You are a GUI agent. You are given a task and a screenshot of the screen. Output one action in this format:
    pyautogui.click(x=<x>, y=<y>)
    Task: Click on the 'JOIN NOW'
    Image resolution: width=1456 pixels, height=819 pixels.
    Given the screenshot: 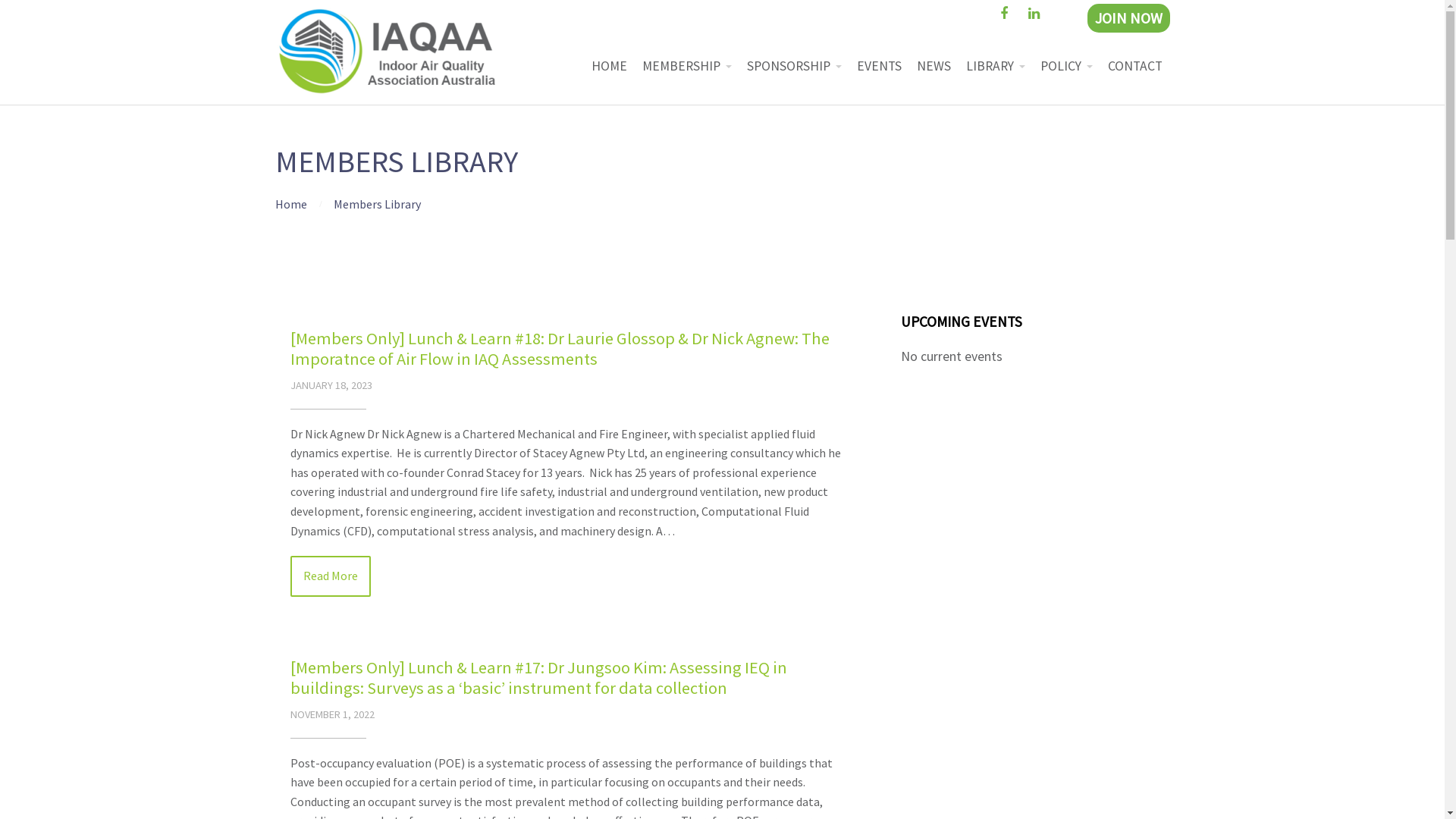 What is the action you would take?
    pyautogui.click(x=1128, y=17)
    